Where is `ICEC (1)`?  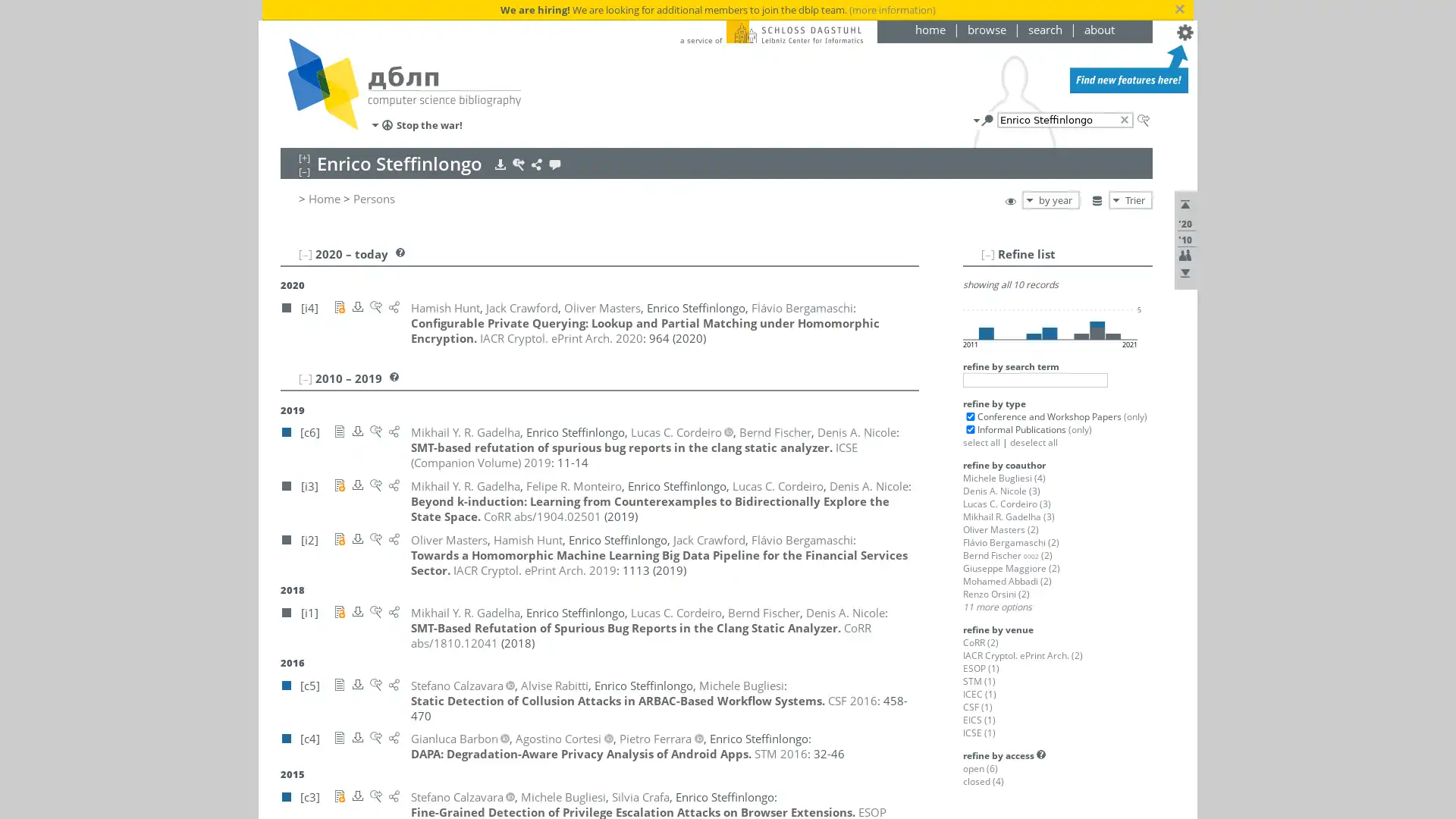
ICEC (1) is located at coordinates (979, 694).